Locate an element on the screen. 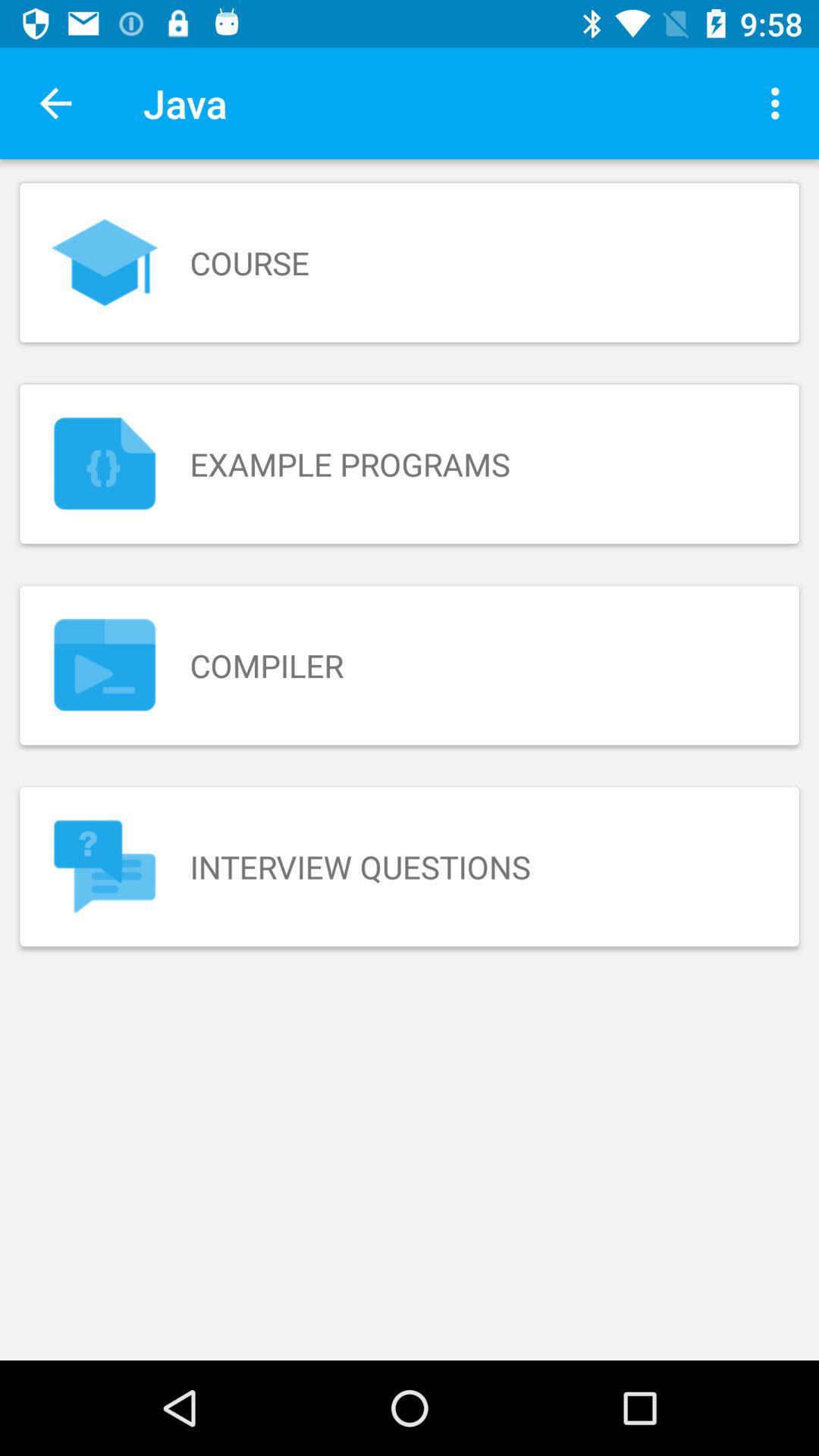 The image size is (819, 1456). the item next to java icon is located at coordinates (55, 102).